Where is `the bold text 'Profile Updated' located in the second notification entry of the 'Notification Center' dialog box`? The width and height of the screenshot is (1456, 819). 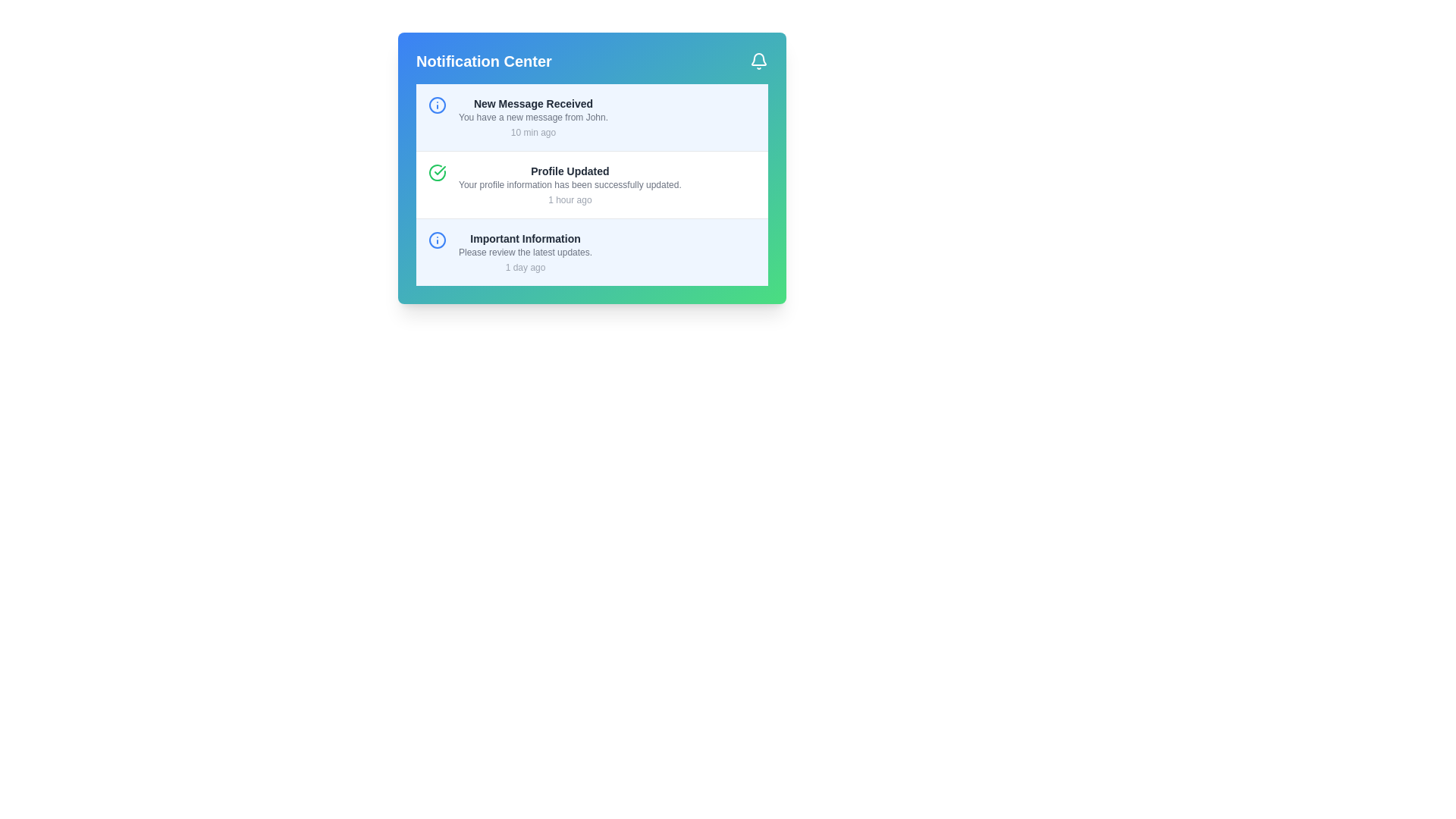 the bold text 'Profile Updated' located in the second notification entry of the 'Notification Center' dialog box is located at coordinates (569, 171).